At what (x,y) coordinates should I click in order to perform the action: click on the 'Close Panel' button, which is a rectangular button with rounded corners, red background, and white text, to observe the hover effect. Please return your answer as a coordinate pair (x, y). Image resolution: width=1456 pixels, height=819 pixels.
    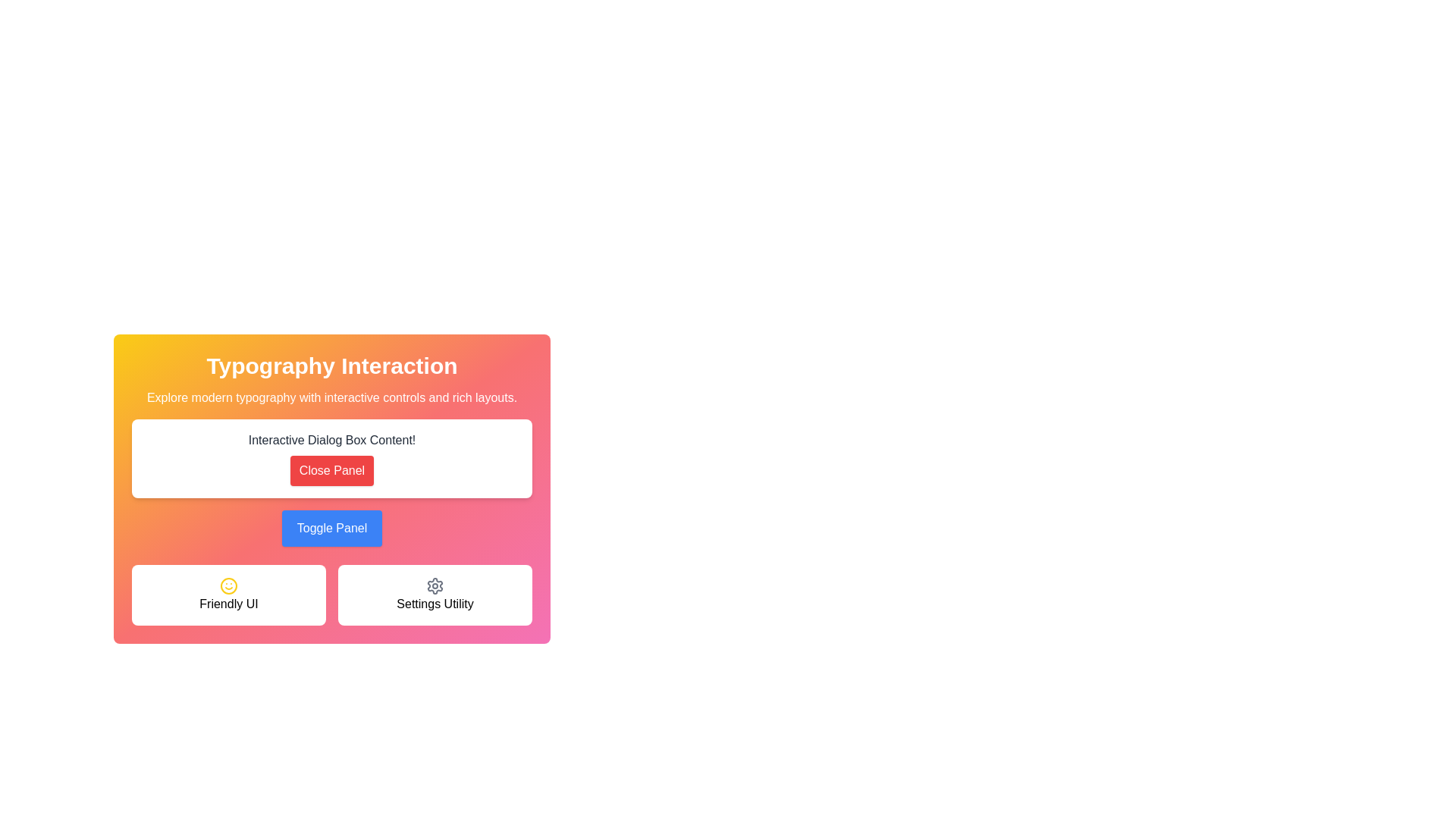
    Looking at the image, I should click on (331, 470).